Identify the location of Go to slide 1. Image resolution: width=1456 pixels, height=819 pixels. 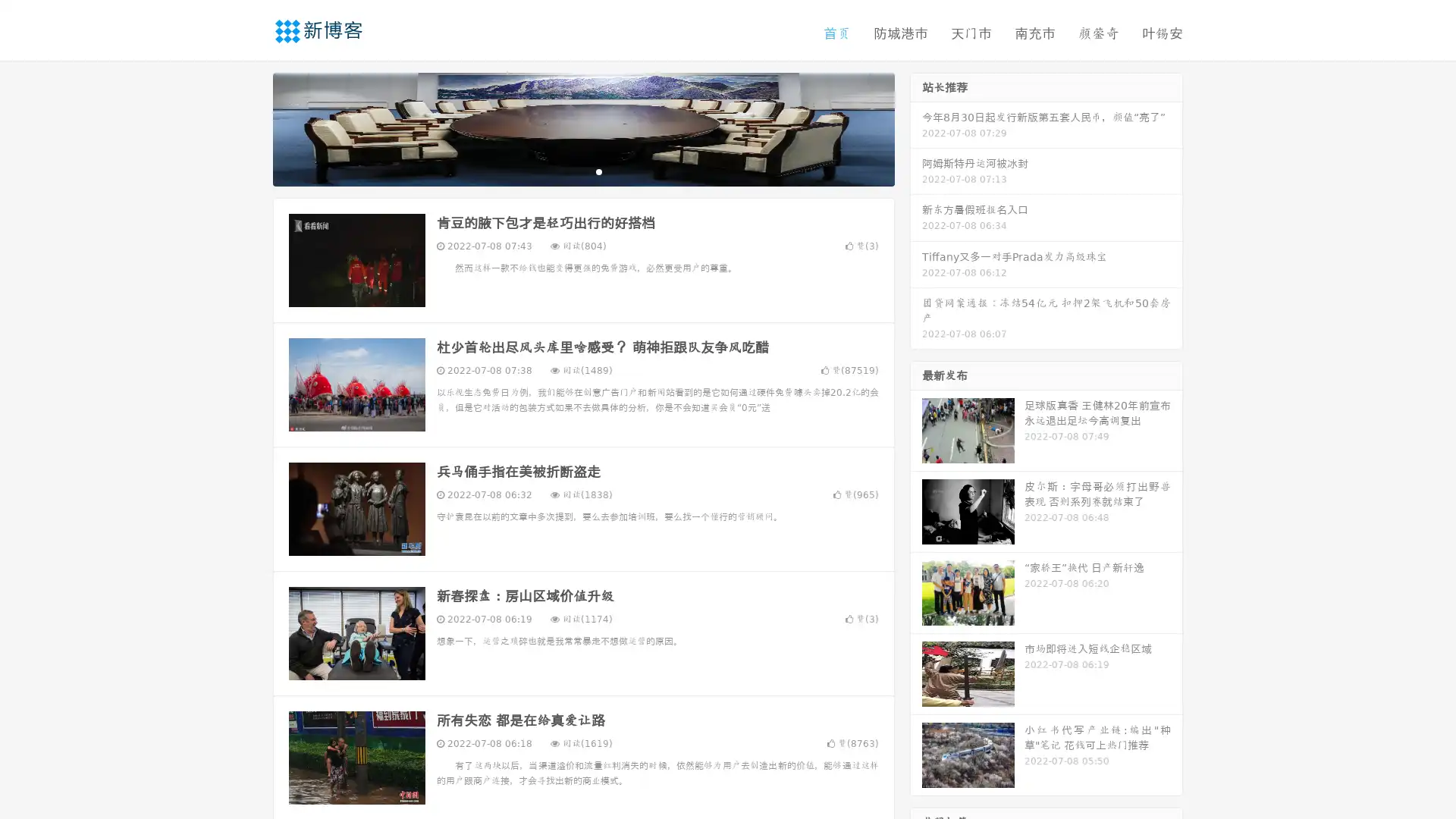
(567, 171).